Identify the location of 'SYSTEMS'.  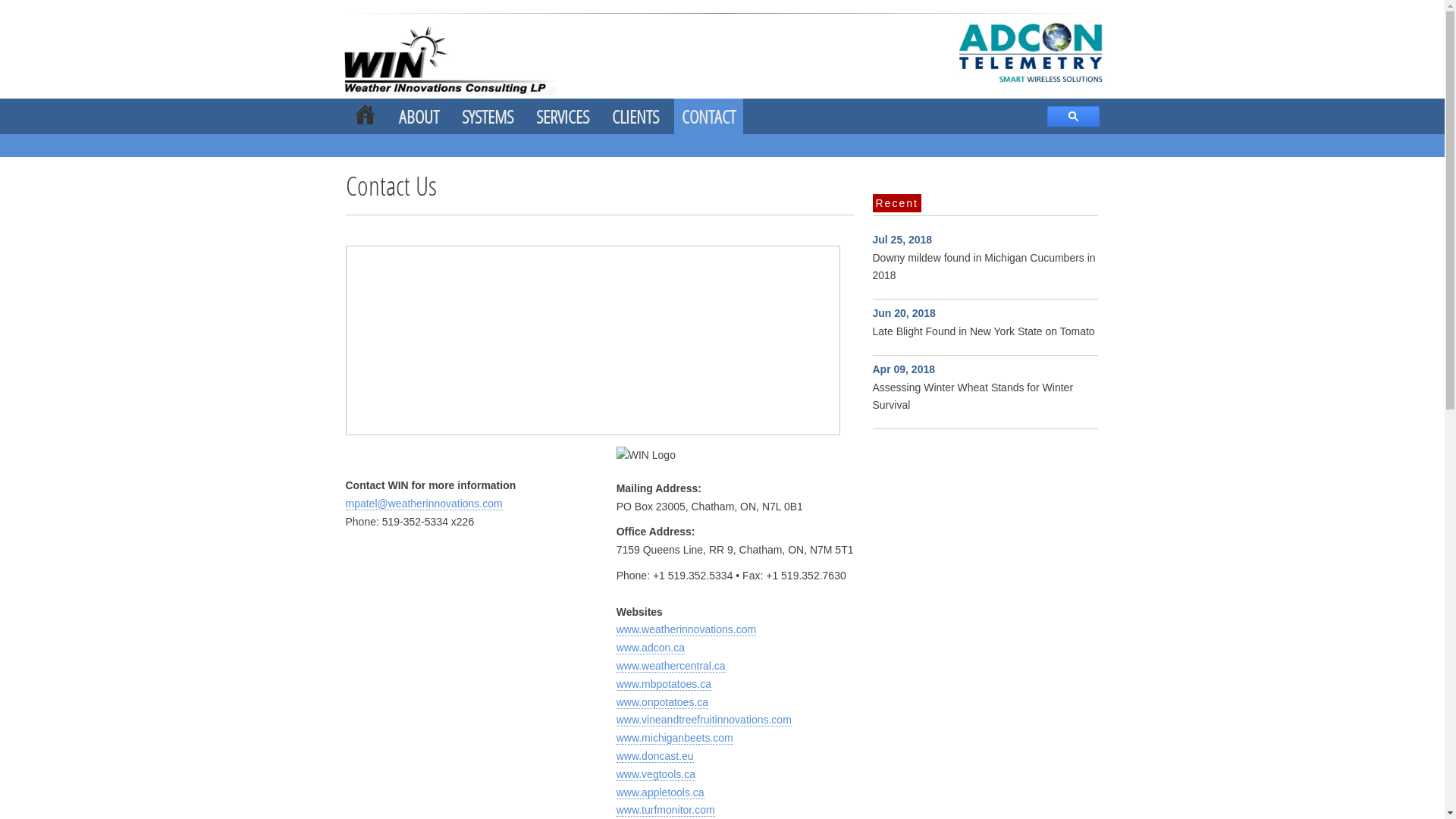
(460, 115).